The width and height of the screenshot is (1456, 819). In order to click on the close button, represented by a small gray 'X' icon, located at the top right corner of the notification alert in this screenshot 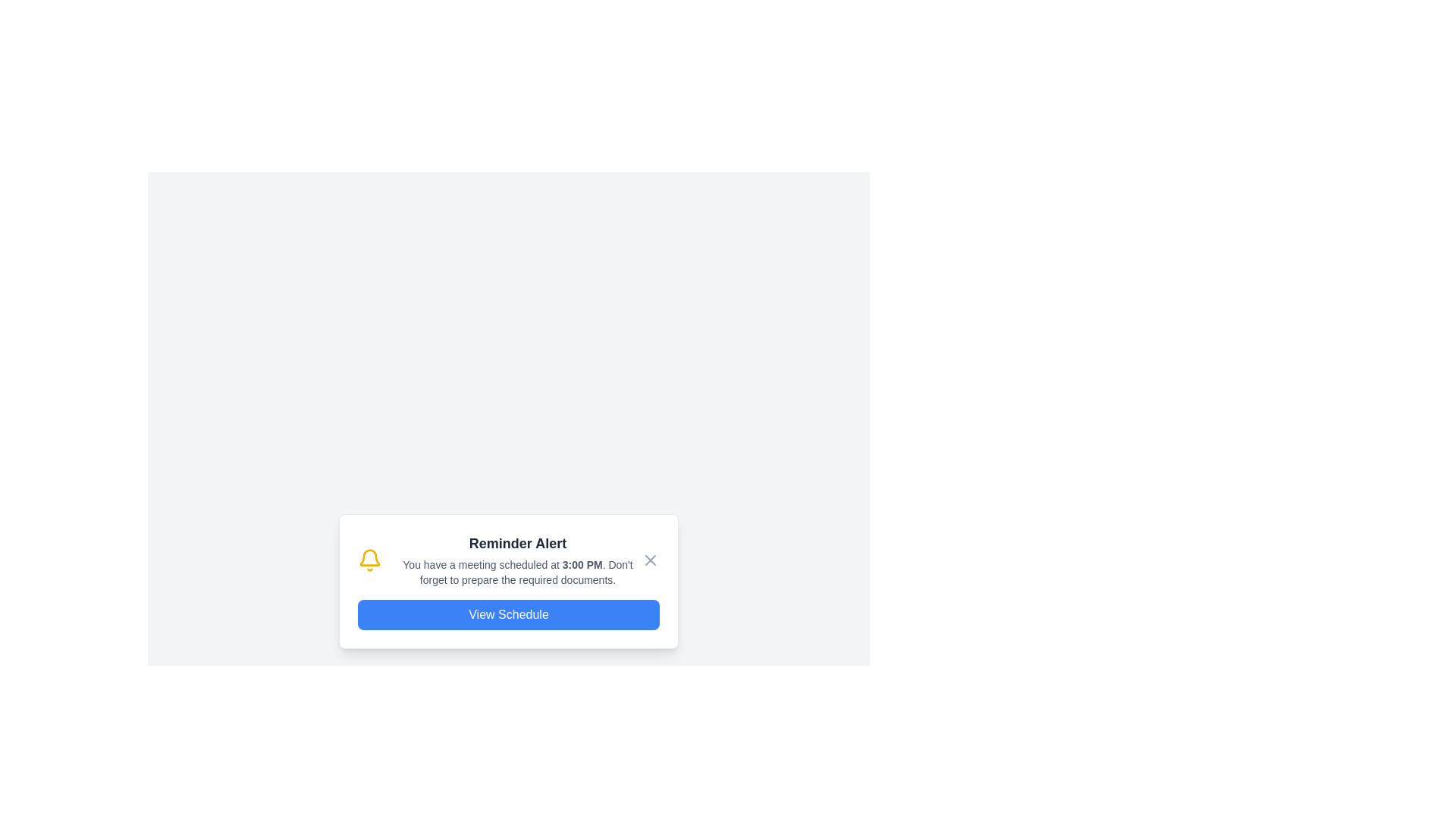, I will do `click(651, 560)`.